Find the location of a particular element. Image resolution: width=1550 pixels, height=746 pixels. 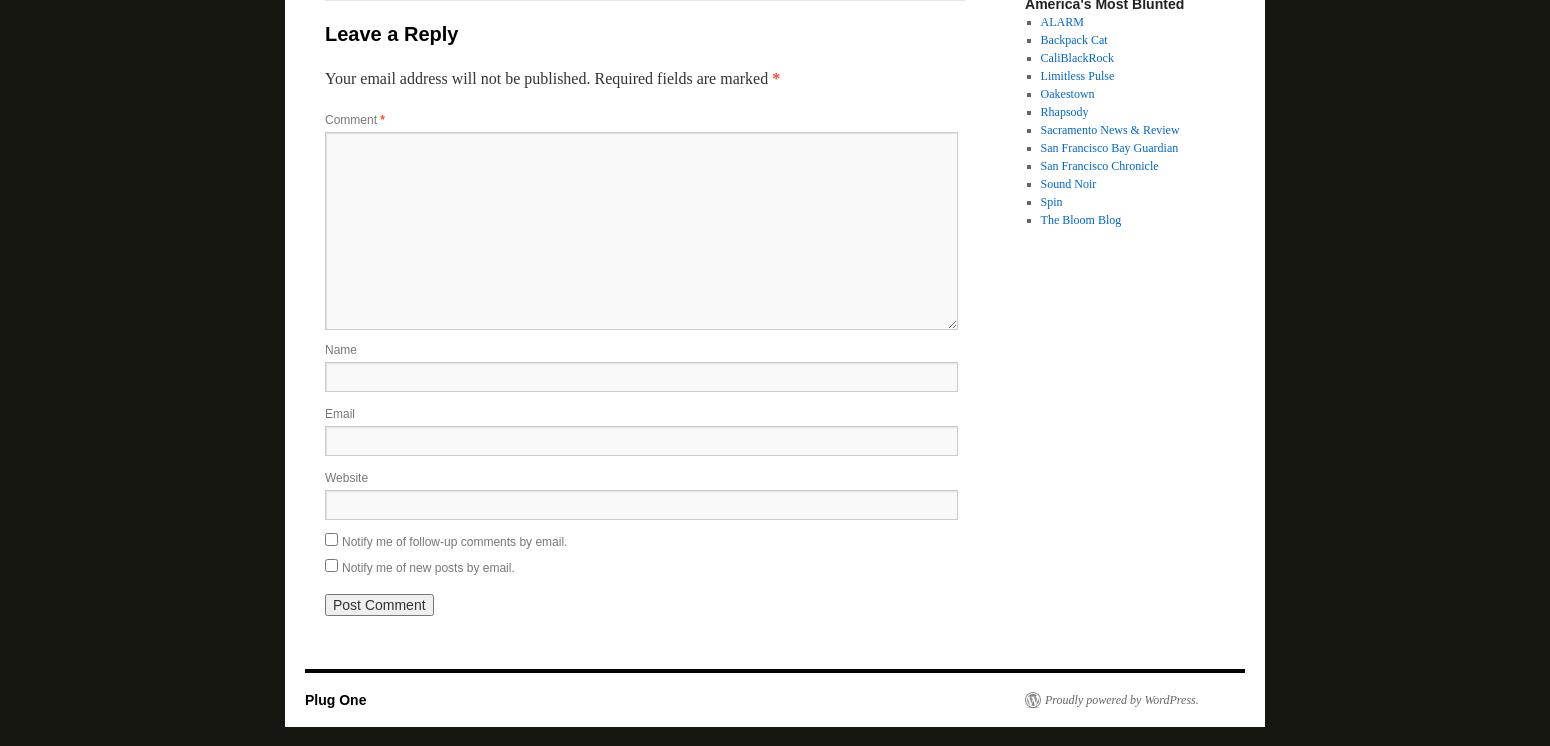

'Your email address will not be published.' is located at coordinates (457, 78).